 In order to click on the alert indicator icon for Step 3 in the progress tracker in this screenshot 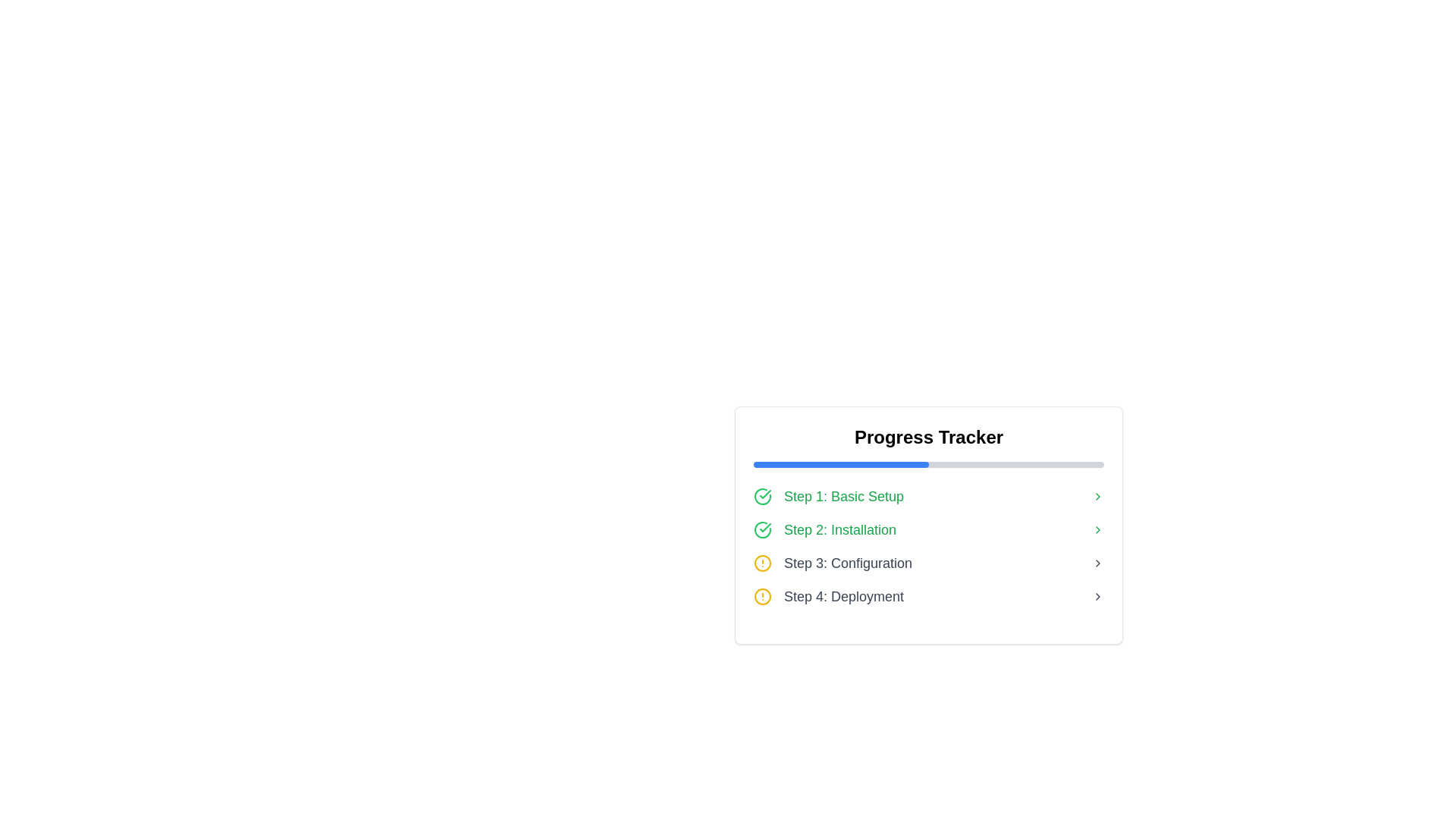, I will do `click(763, 563)`.